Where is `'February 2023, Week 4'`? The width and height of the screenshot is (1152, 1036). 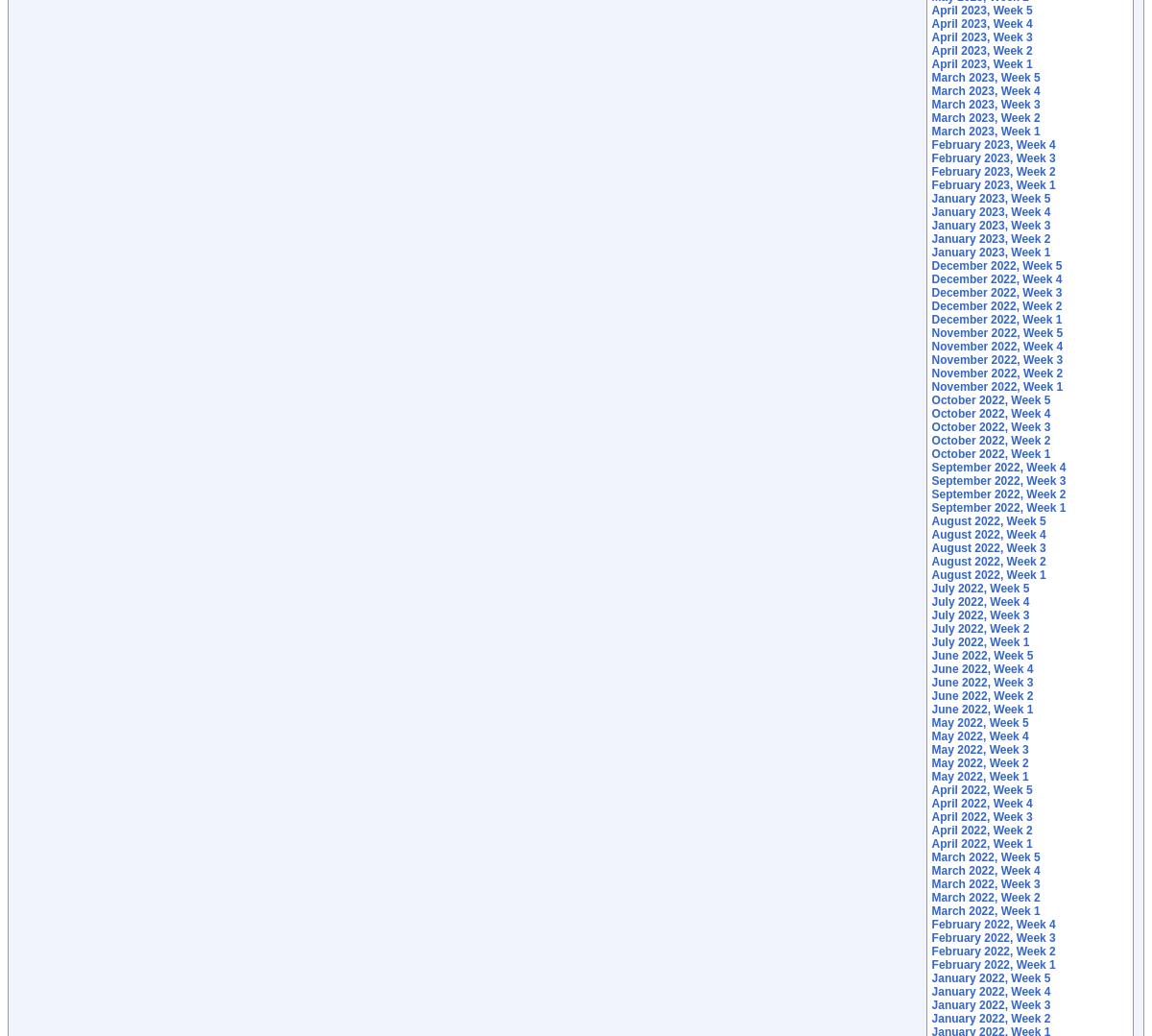
'February 2023, Week 4' is located at coordinates (930, 143).